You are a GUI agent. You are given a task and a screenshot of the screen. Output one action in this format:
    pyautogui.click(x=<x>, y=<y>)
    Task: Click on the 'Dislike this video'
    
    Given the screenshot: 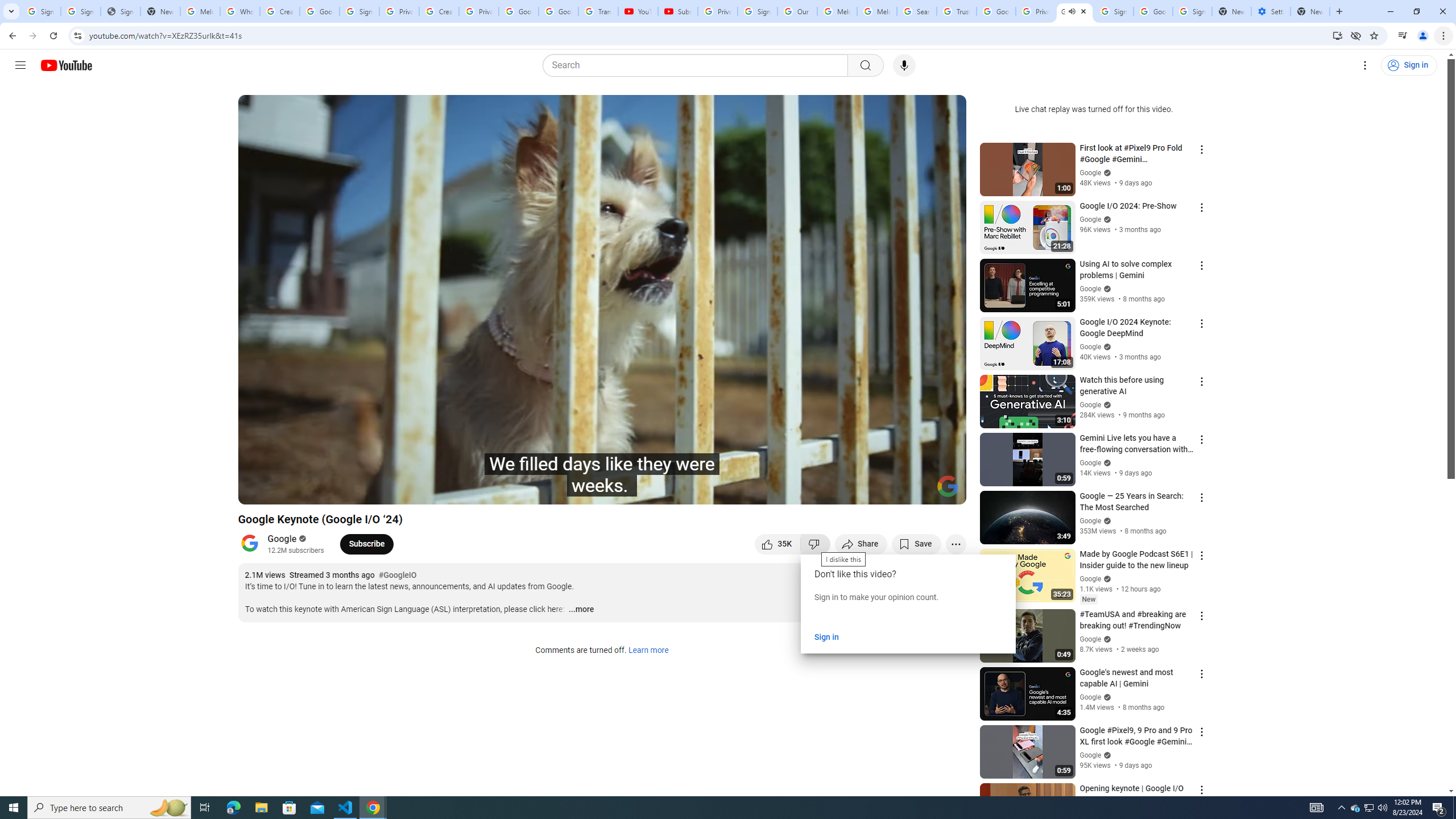 What is the action you would take?
    pyautogui.click(x=816, y=543)
    